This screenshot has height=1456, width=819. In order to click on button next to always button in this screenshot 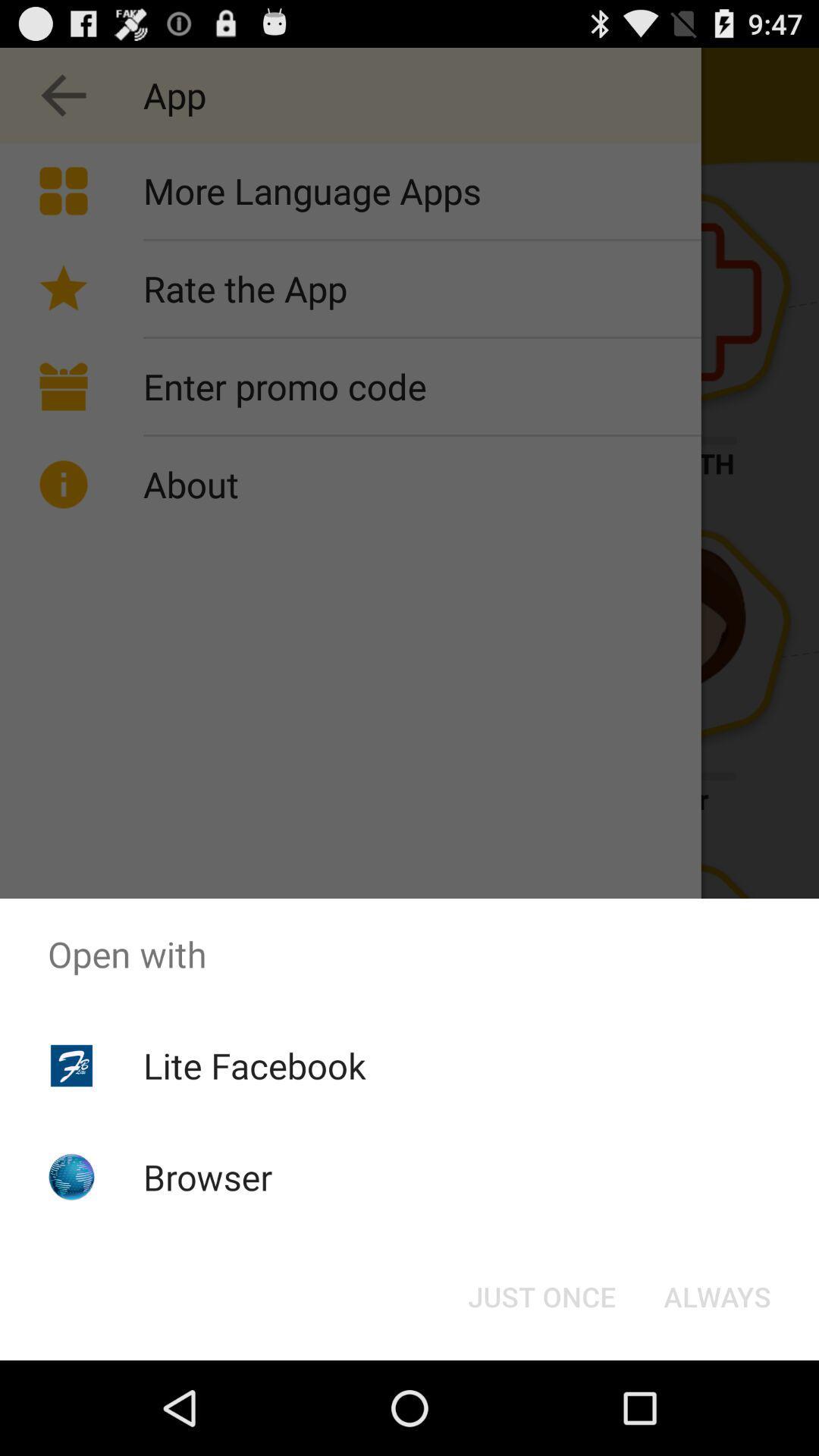, I will do `click(541, 1295)`.